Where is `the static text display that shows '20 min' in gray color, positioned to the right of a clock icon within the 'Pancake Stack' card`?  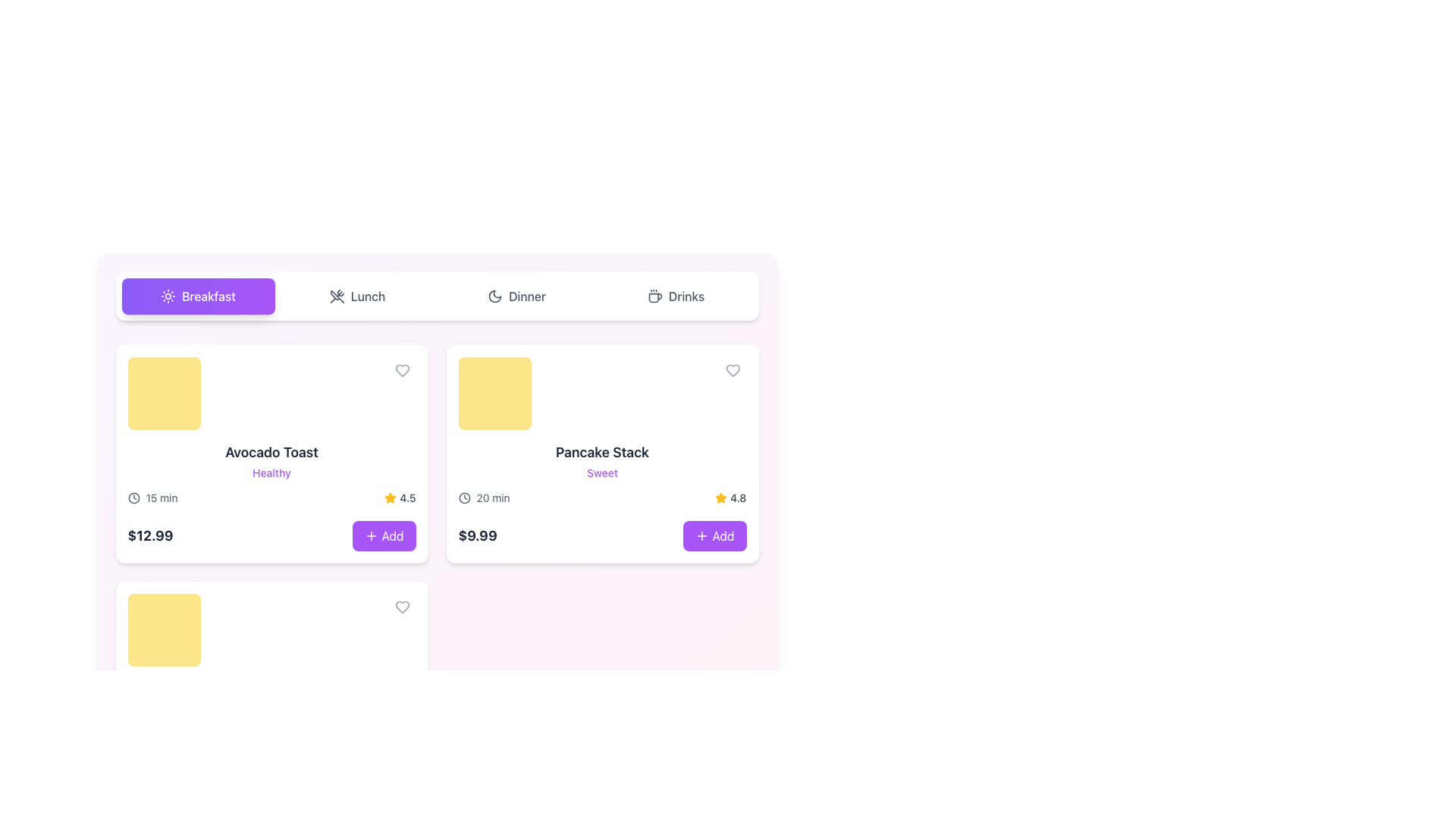 the static text display that shows '20 min' in gray color, positioned to the right of a clock icon within the 'Pancake Stack' card is located at coordinates (493, 497).